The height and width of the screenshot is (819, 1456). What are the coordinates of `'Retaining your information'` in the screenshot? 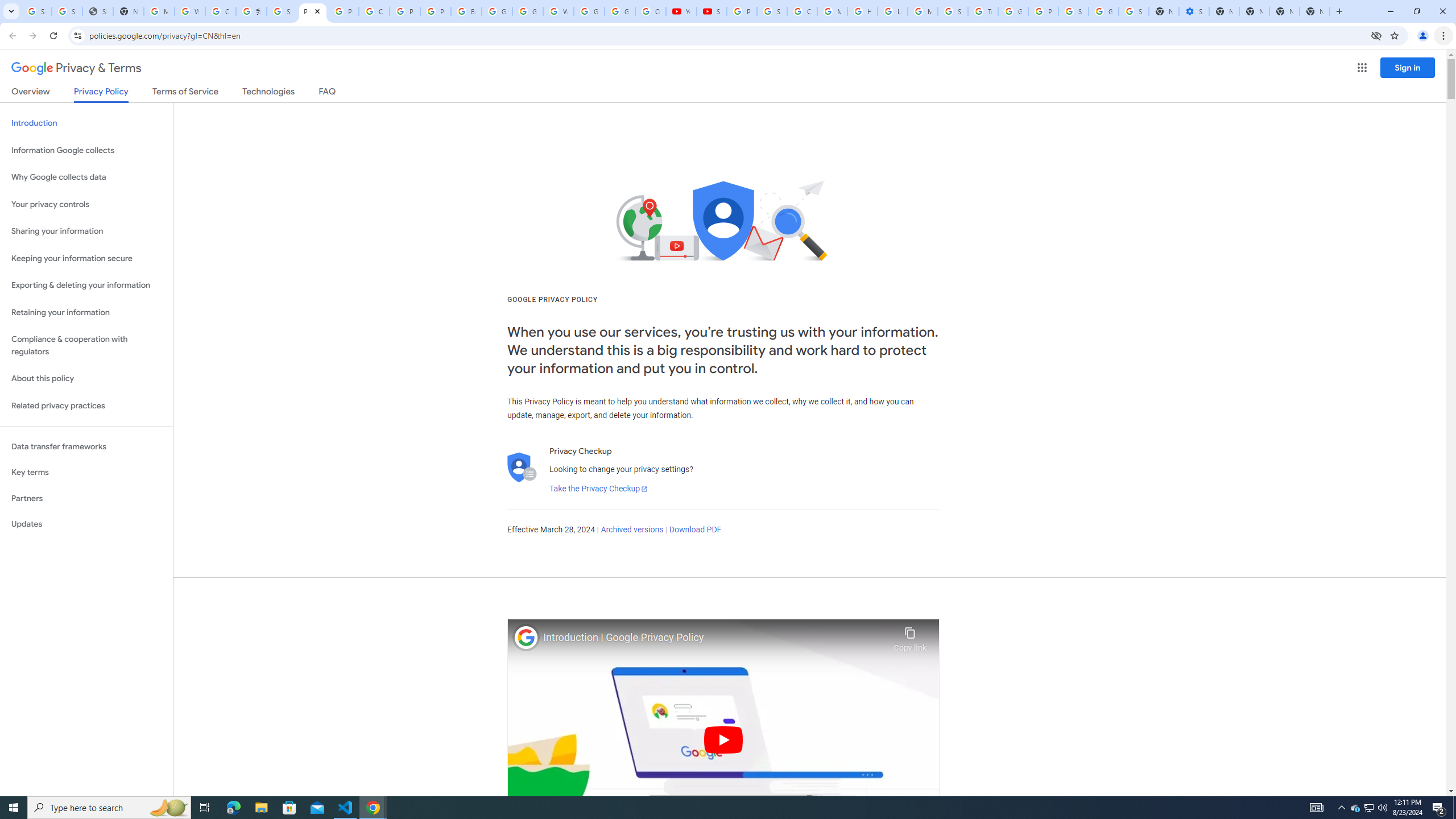 It's located at (86, 312).